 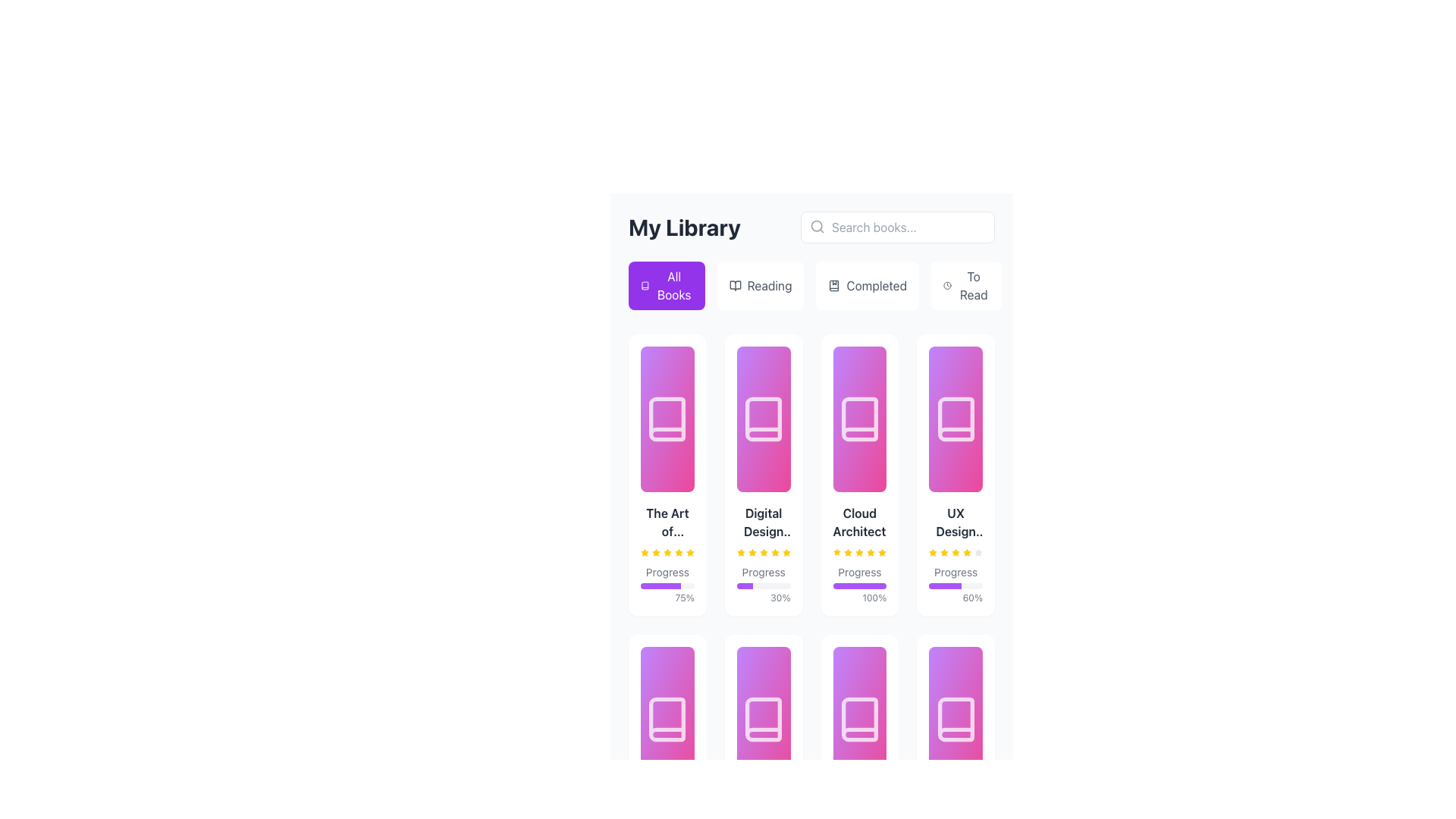 I want to click on the yellow star icon that is the second in the five-star rating group for the book 'Digital Design' located in the 'All Books' section, so click(x=752, y=553).